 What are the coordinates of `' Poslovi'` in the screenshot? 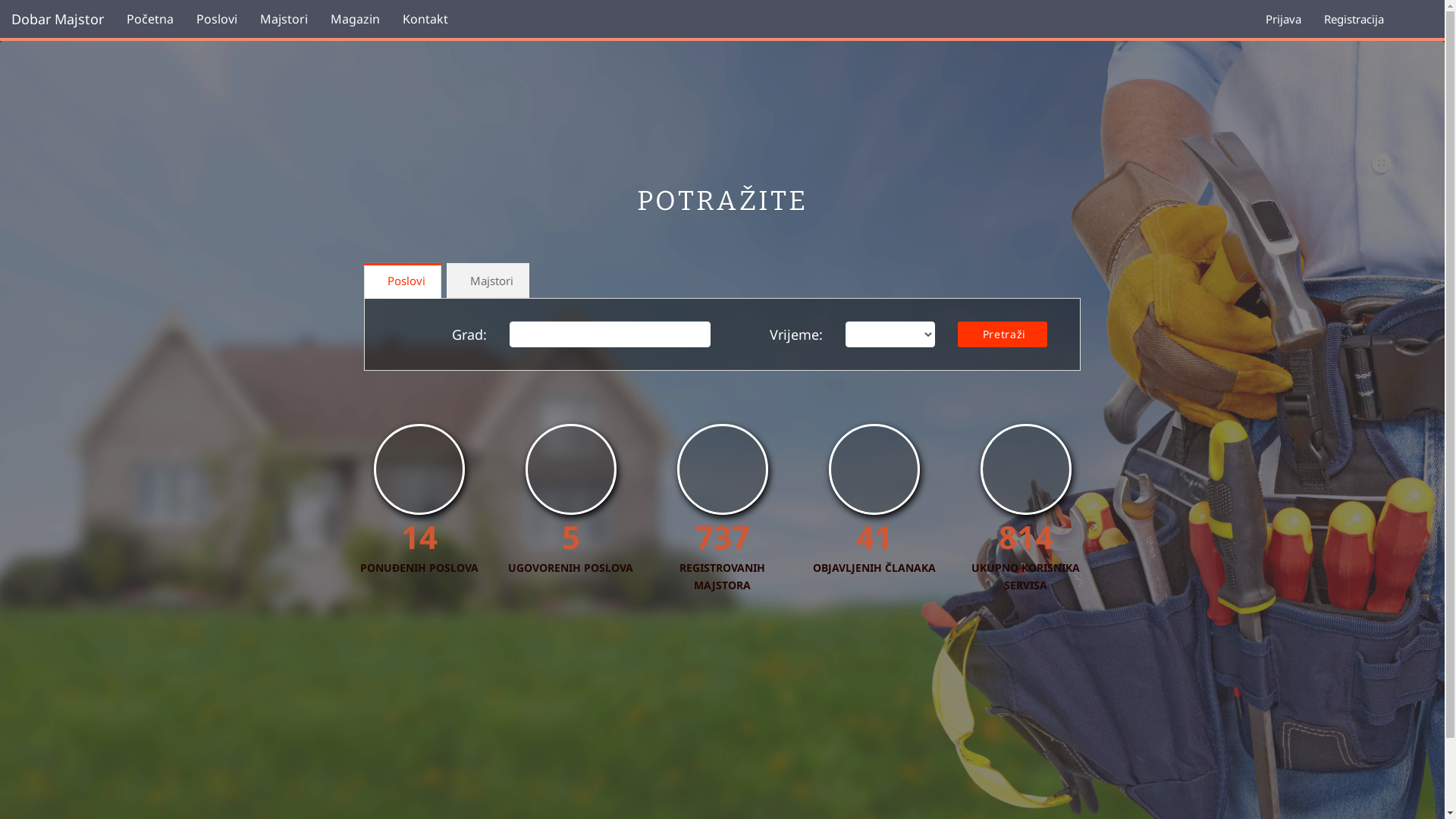 It's located at (364, 281).